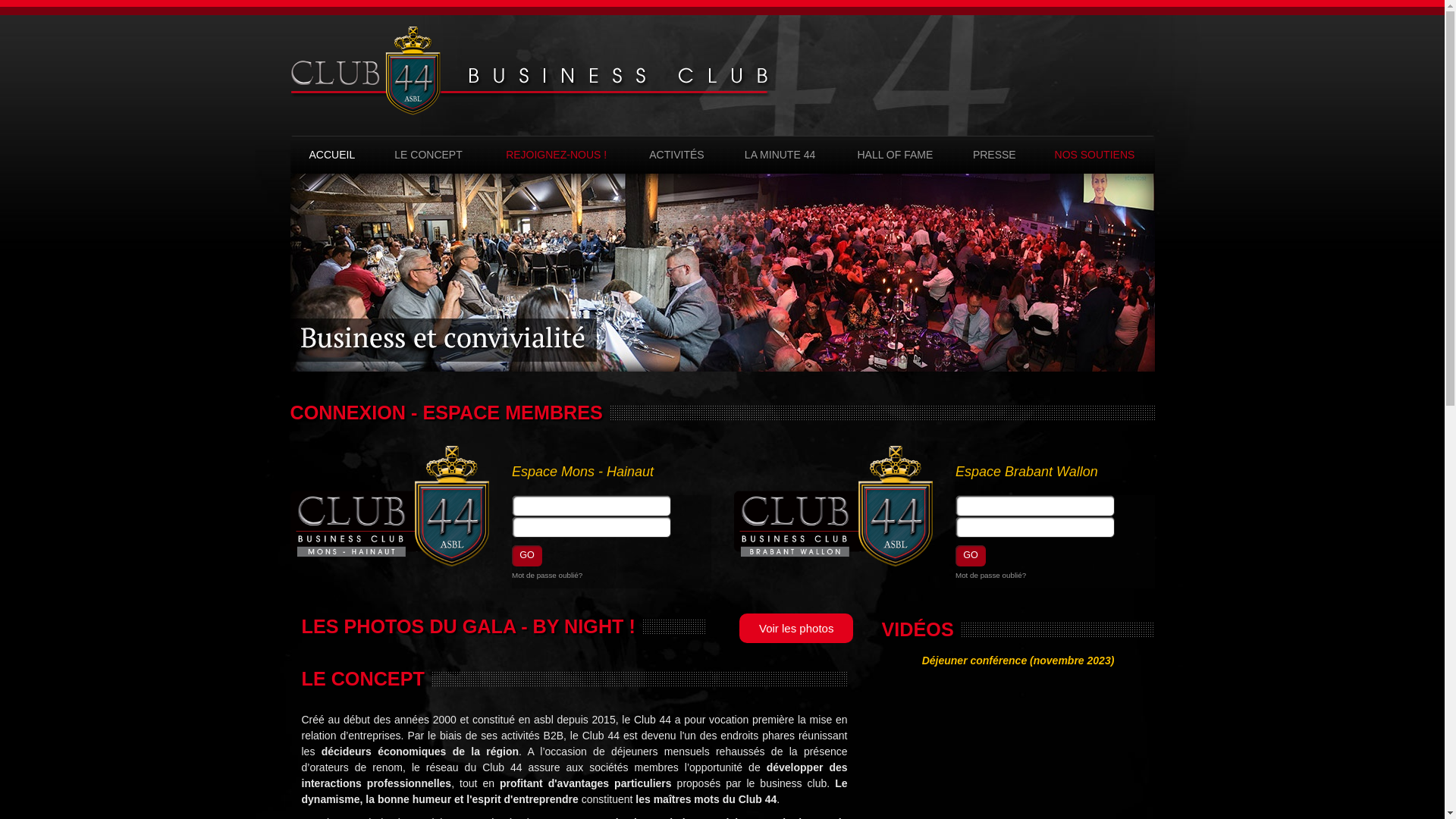 This screenshot has height=819, width=1456. What do you see at coordinates (792, 622) in the screenshot?
I see `'Voir les photos'` at bounding box center [792, 622].